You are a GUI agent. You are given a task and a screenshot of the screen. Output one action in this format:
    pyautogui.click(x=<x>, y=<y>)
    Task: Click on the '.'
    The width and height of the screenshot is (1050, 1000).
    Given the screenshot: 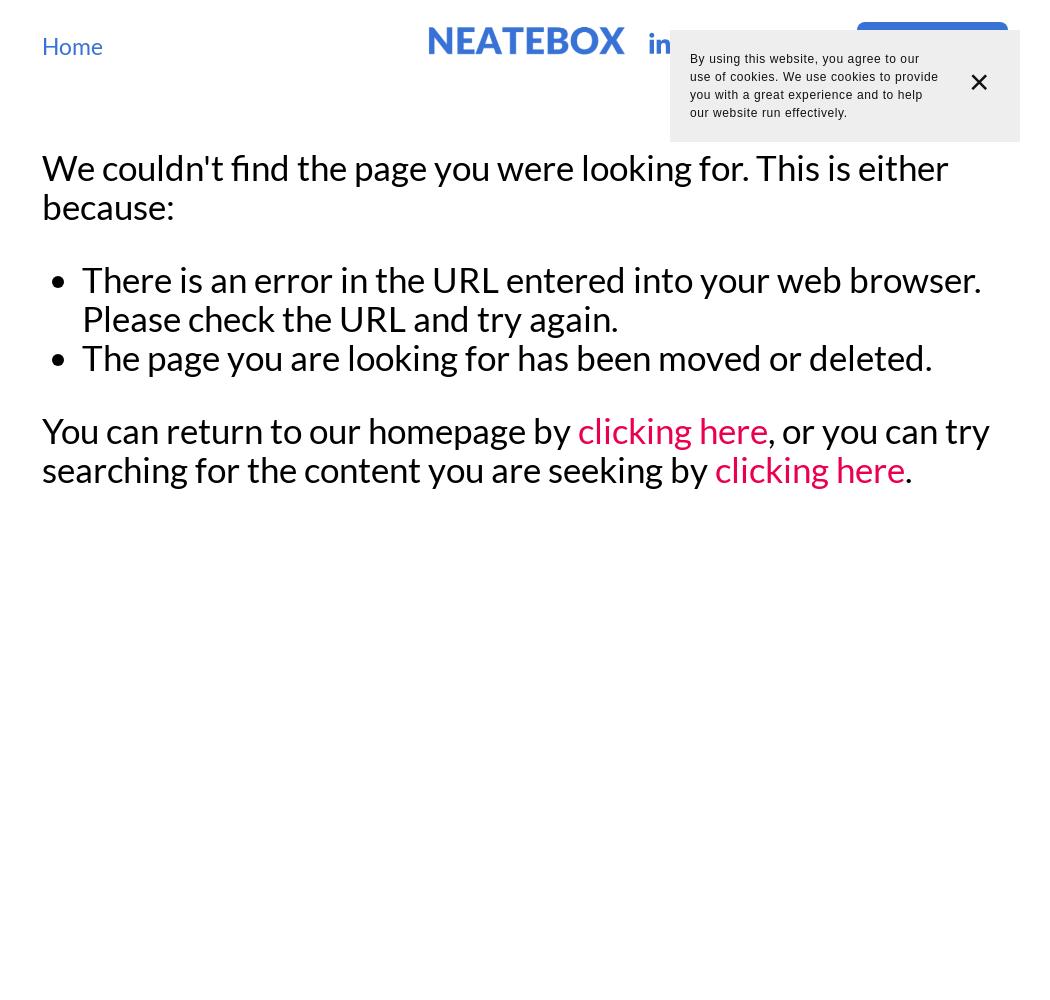 What is the action you would take?
    pyautogui.click(x=908, y=467)
    